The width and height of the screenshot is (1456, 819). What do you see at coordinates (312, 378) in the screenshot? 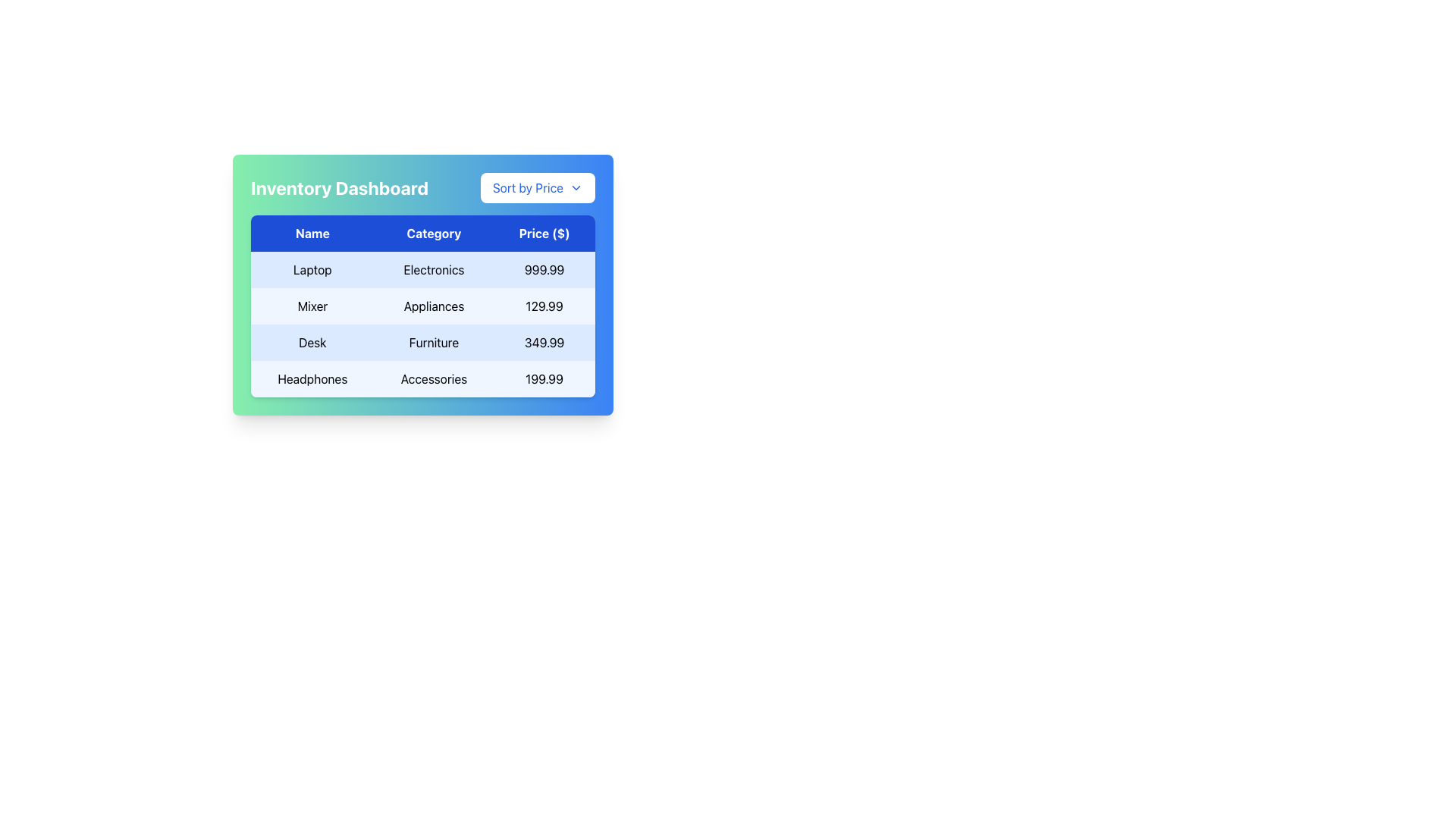
I see `the text label in the leftmost column of the last row in a three-column table, which provides the name of an item listed in the table` at bounding box center [312, 378].